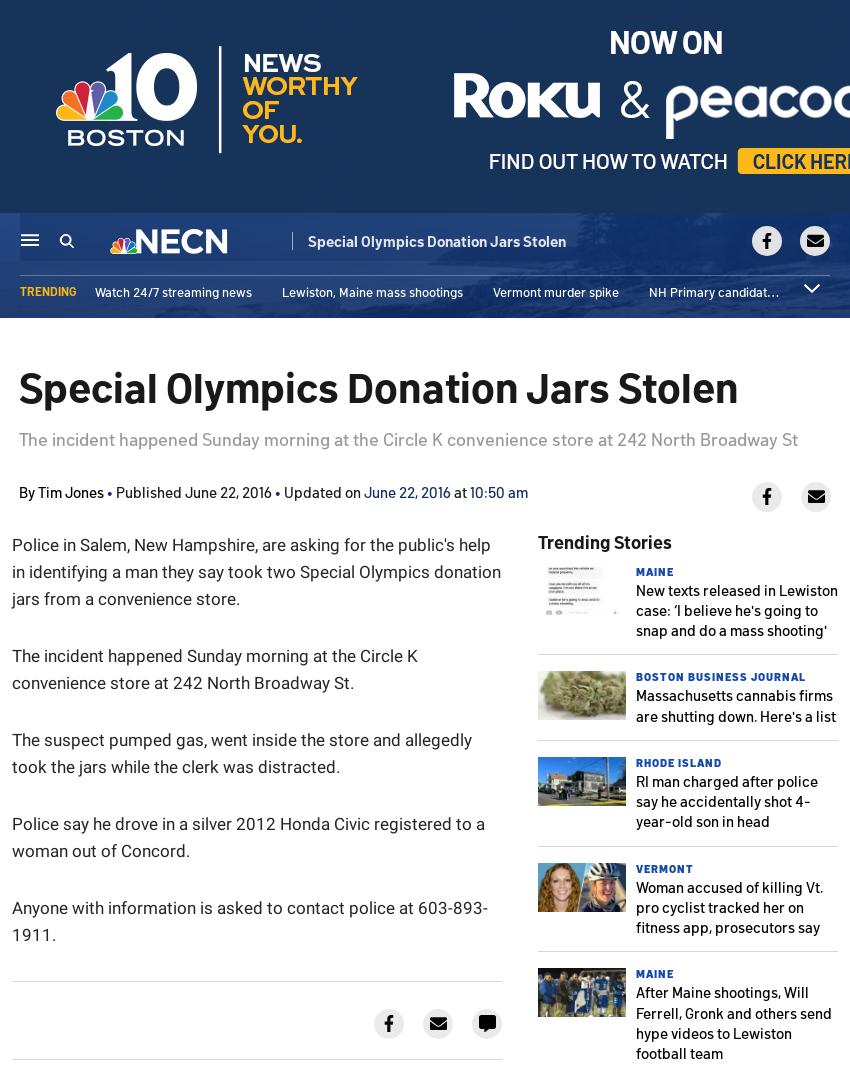 This screenshot has width=850, height=1068. What do you see at coordinates (634, 904) in the screenshot?
I see `'Woman accused of killing Vt. pro cyclist tracked her on fitness app, prosecutors say'` at bounding box center [634, 904].